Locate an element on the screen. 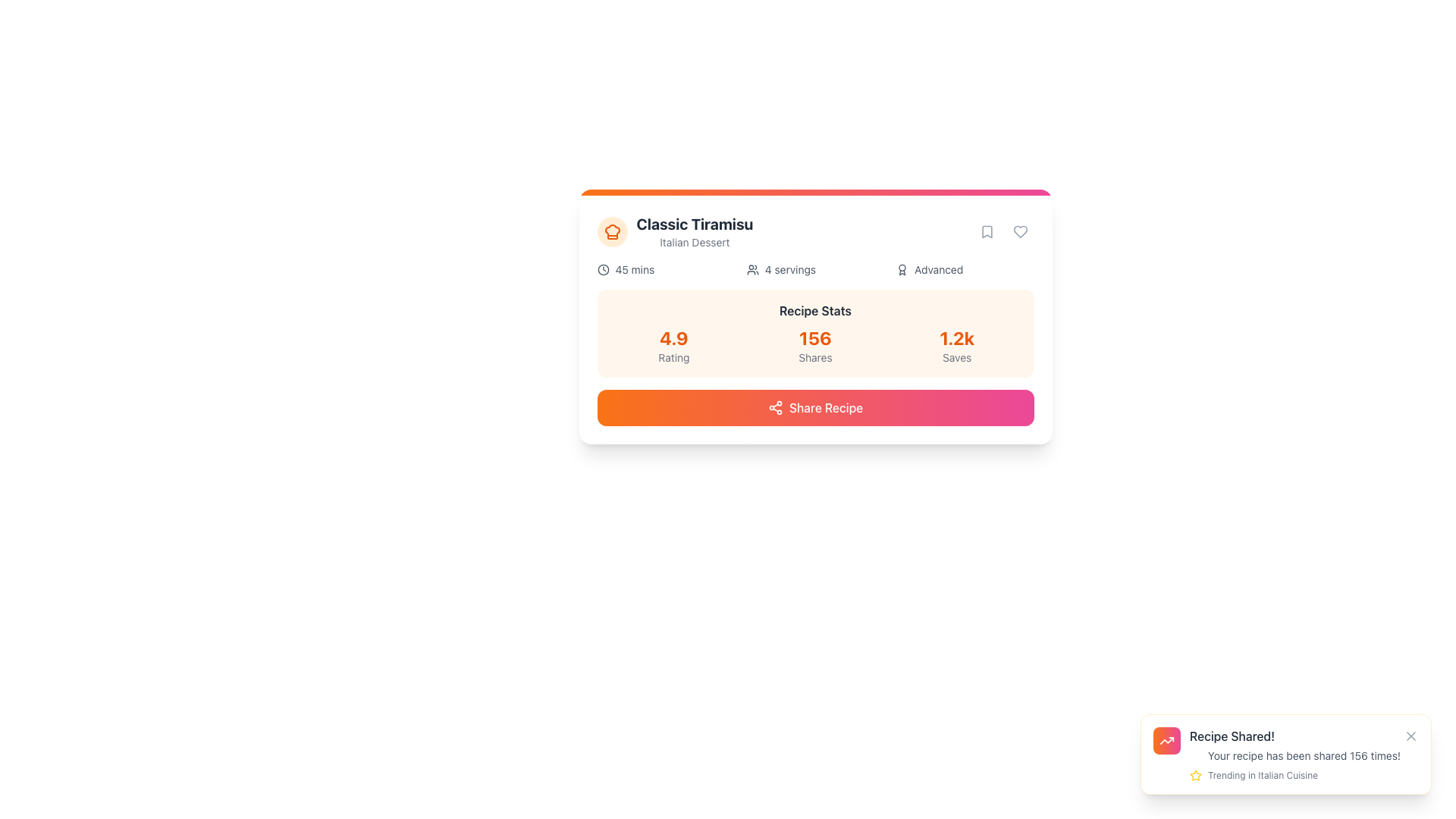 The height and width of the screenshot is (819, 1456). text content of the Text Label that provides information about the preparation or cooking time for the recipe, located below the title 'Classic Tiramisu' and next to a clock icon is located at coordinates (635, 268).